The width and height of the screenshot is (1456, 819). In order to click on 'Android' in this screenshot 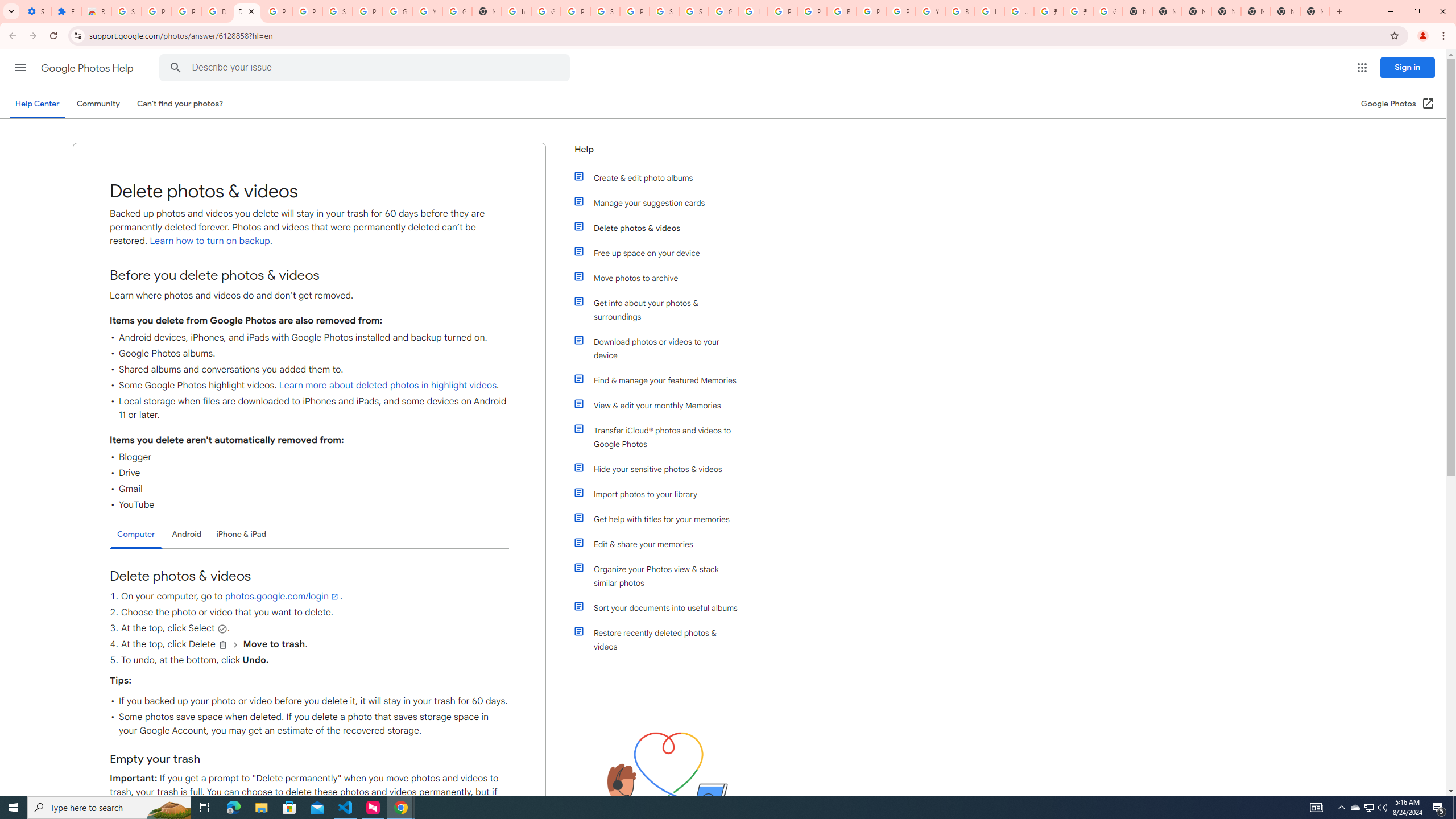, I will do `click(186, 533)`.